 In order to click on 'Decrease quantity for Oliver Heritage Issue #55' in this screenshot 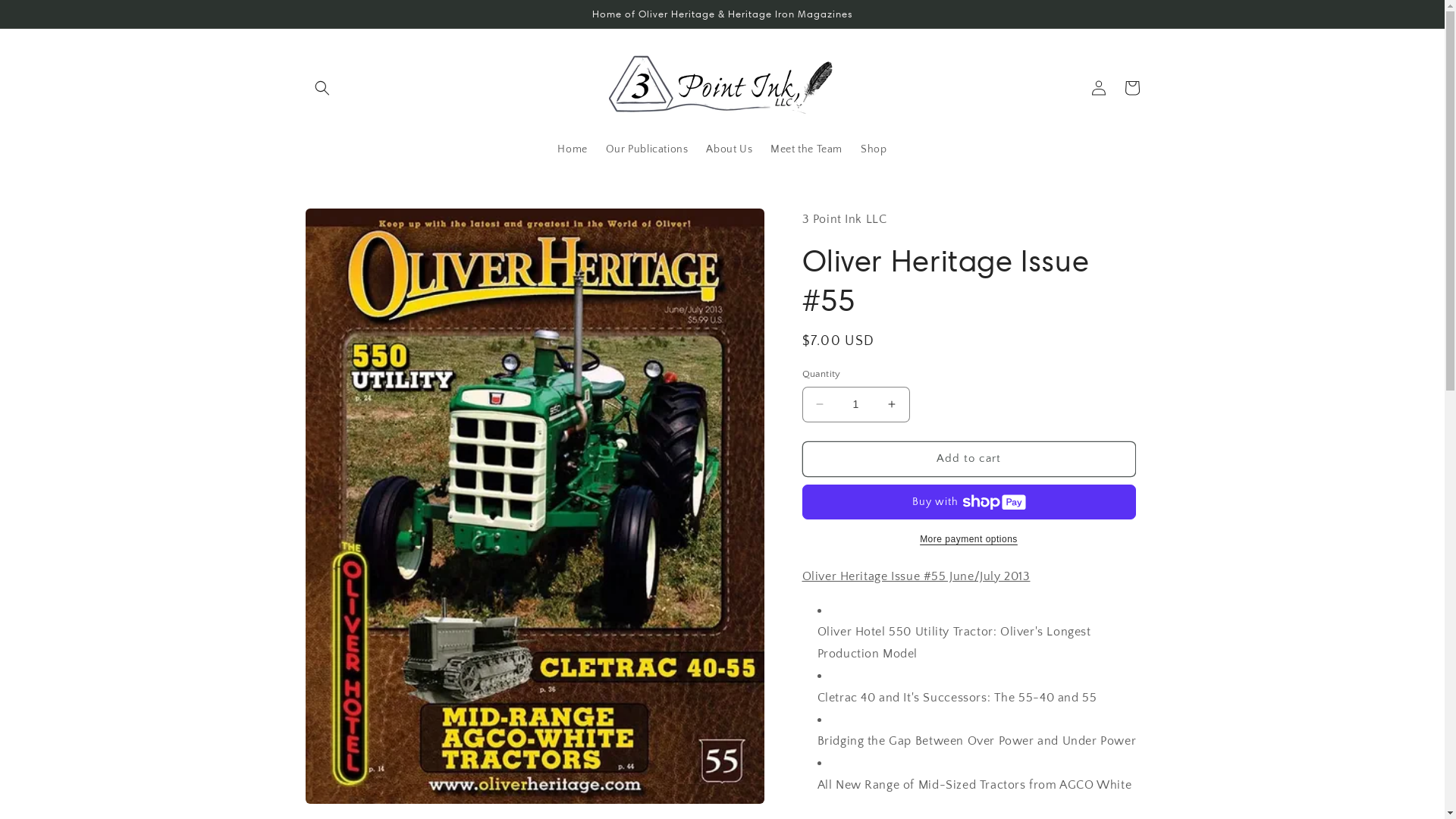, I will do `click(818, 403)`.